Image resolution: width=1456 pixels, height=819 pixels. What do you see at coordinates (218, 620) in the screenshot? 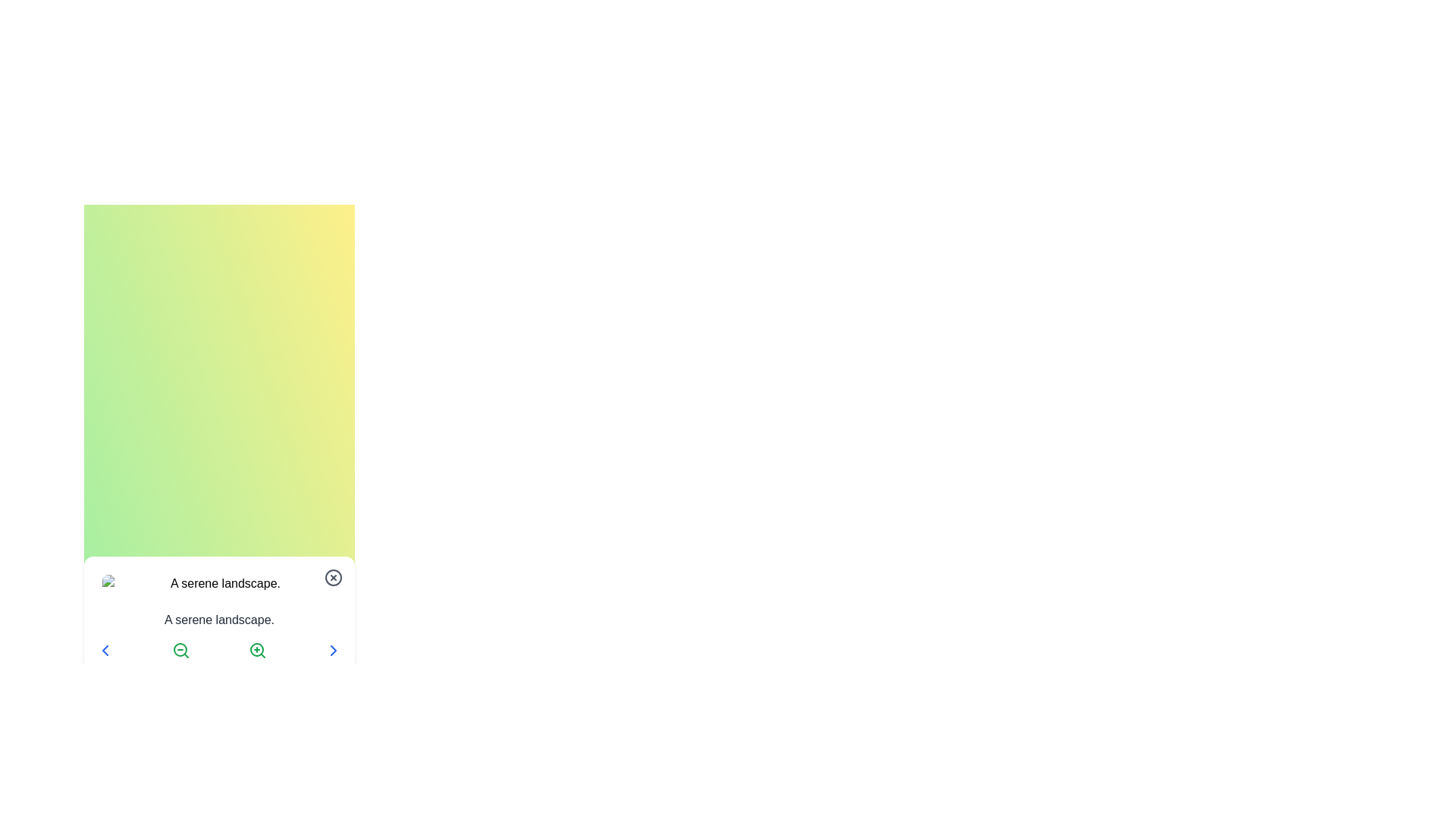
I see `the text label that reads 'A serene landscape.' which is styled in medium-weight font and grayish hue, located towards the bottom of the card-like section` at bounding box center [218, 620].